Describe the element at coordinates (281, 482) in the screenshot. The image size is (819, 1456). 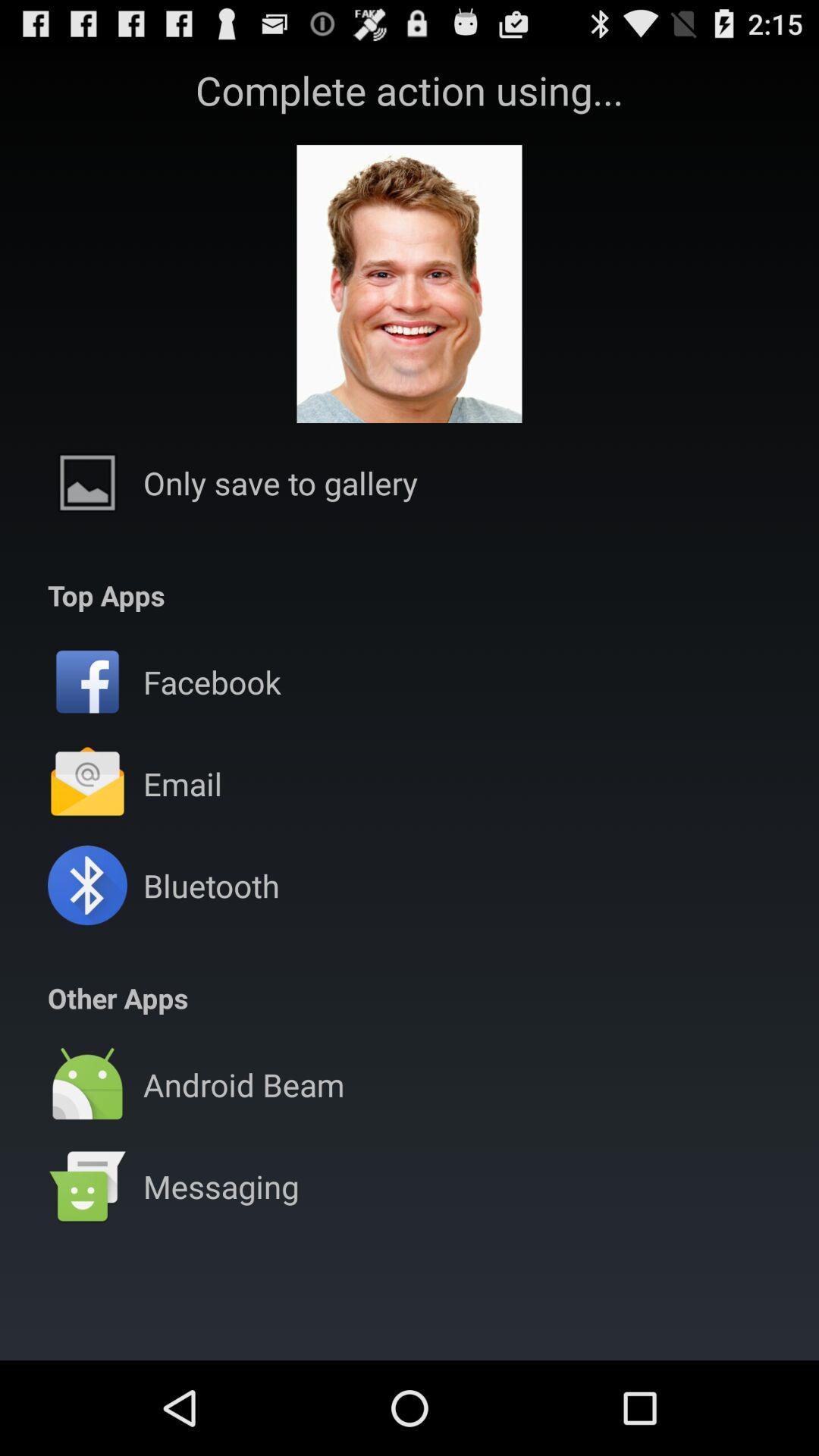
I see `icon above the top apps icon` at that location.